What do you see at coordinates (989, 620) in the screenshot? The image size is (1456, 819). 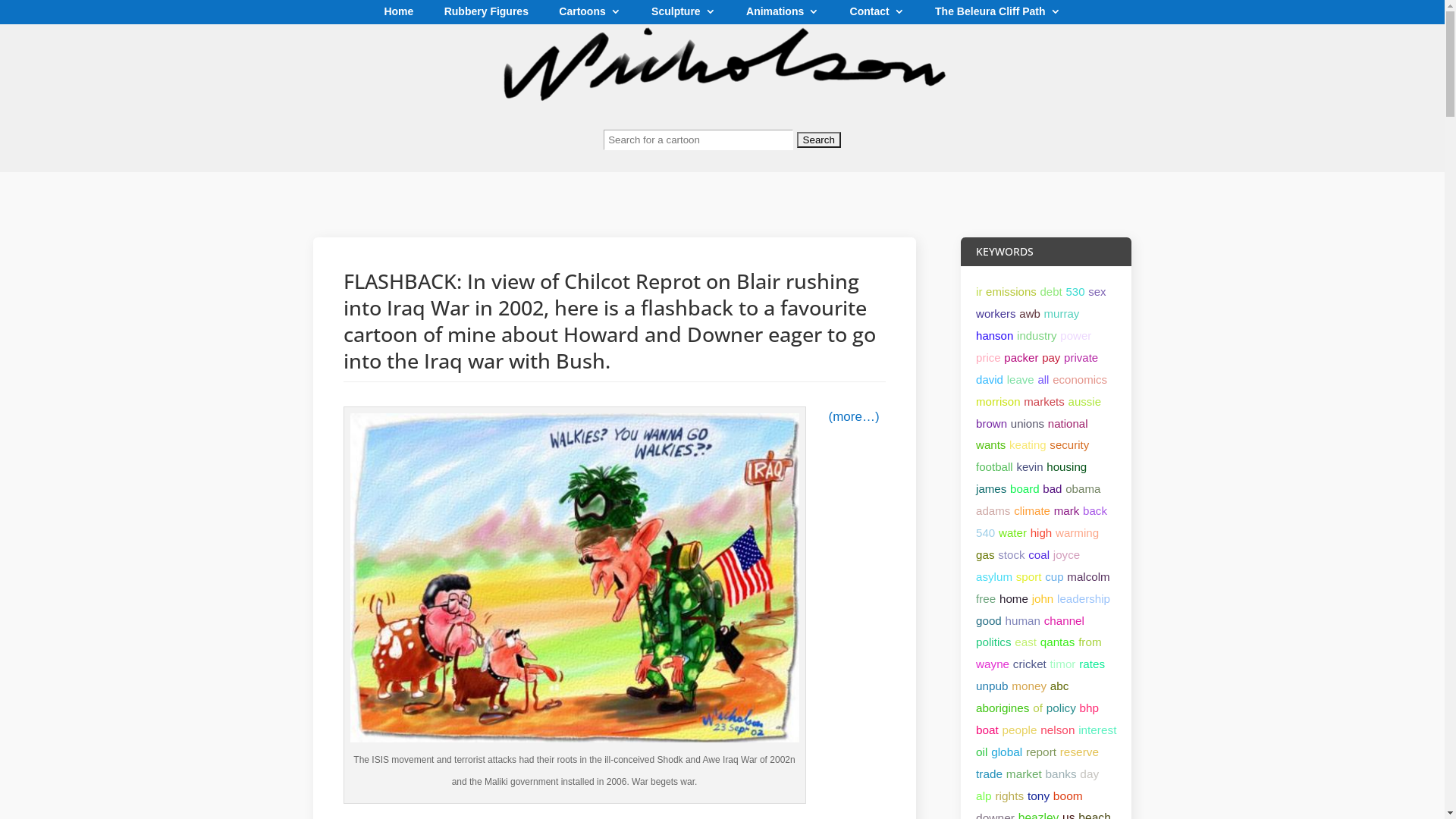 I see `'good'` at bounding box center [989, 620].